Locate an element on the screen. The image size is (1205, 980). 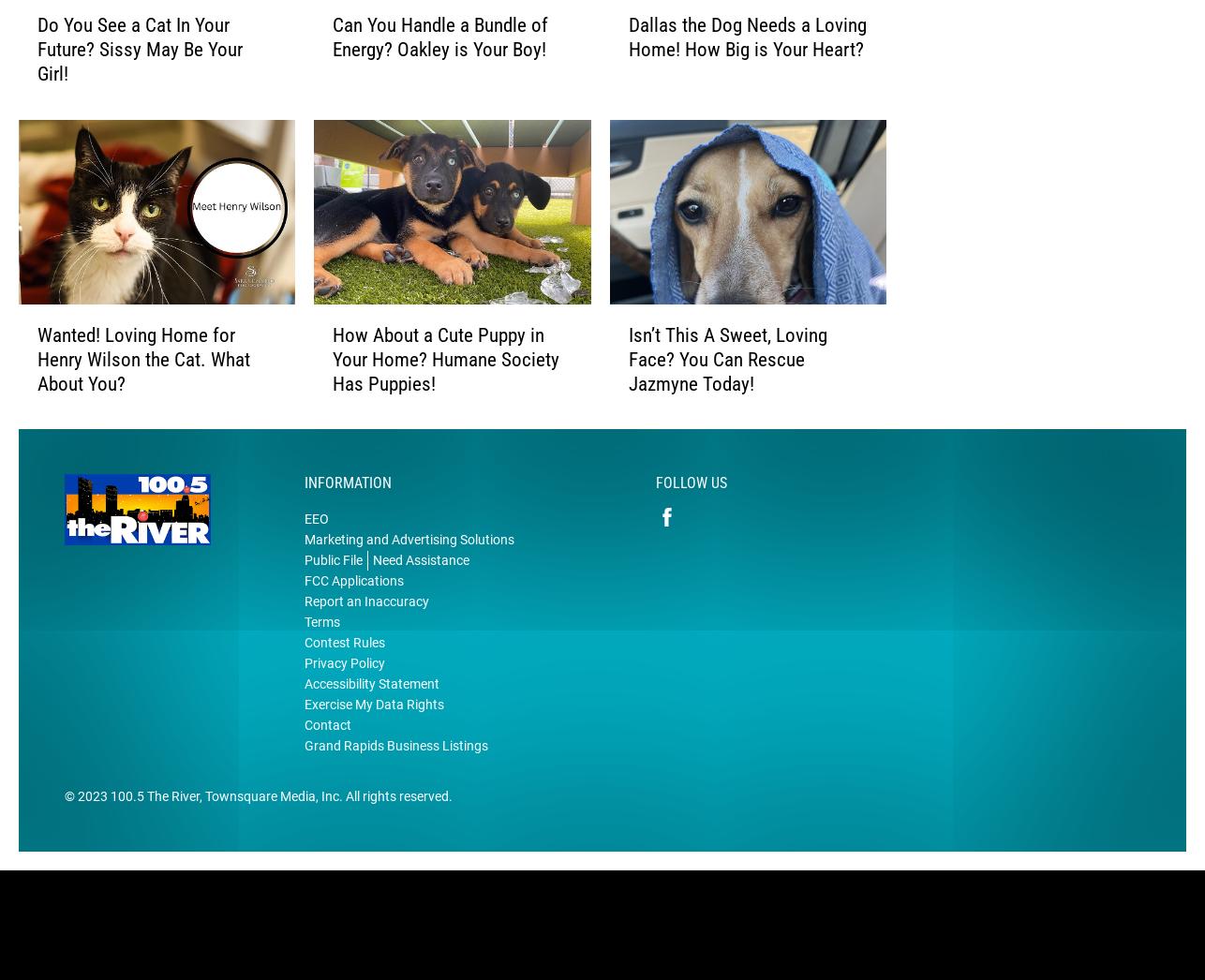
'Follow Us' is located at coordinates (692, 512).